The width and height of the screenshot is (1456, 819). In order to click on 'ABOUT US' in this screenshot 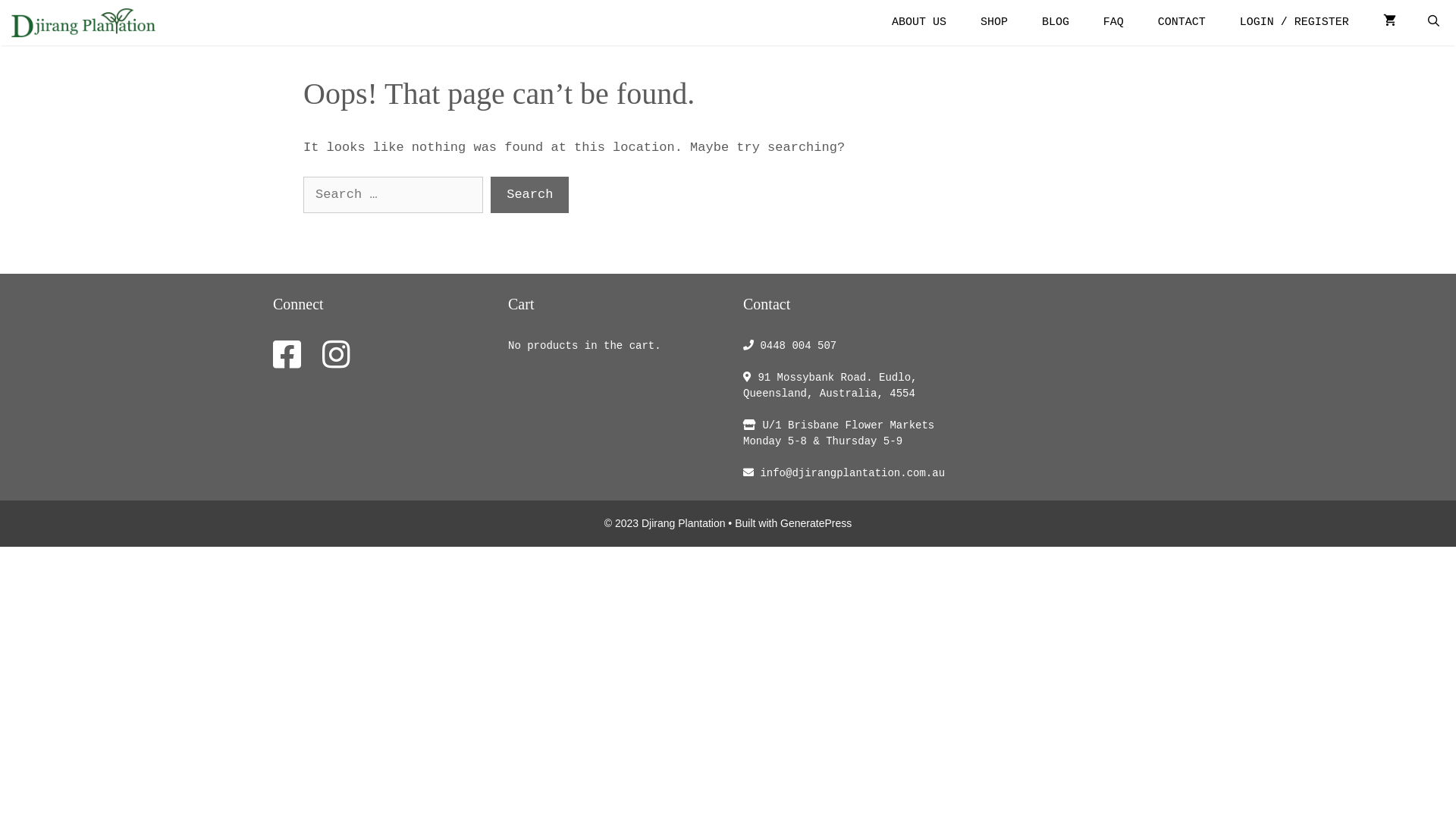, I will do `click(918, 23)`.